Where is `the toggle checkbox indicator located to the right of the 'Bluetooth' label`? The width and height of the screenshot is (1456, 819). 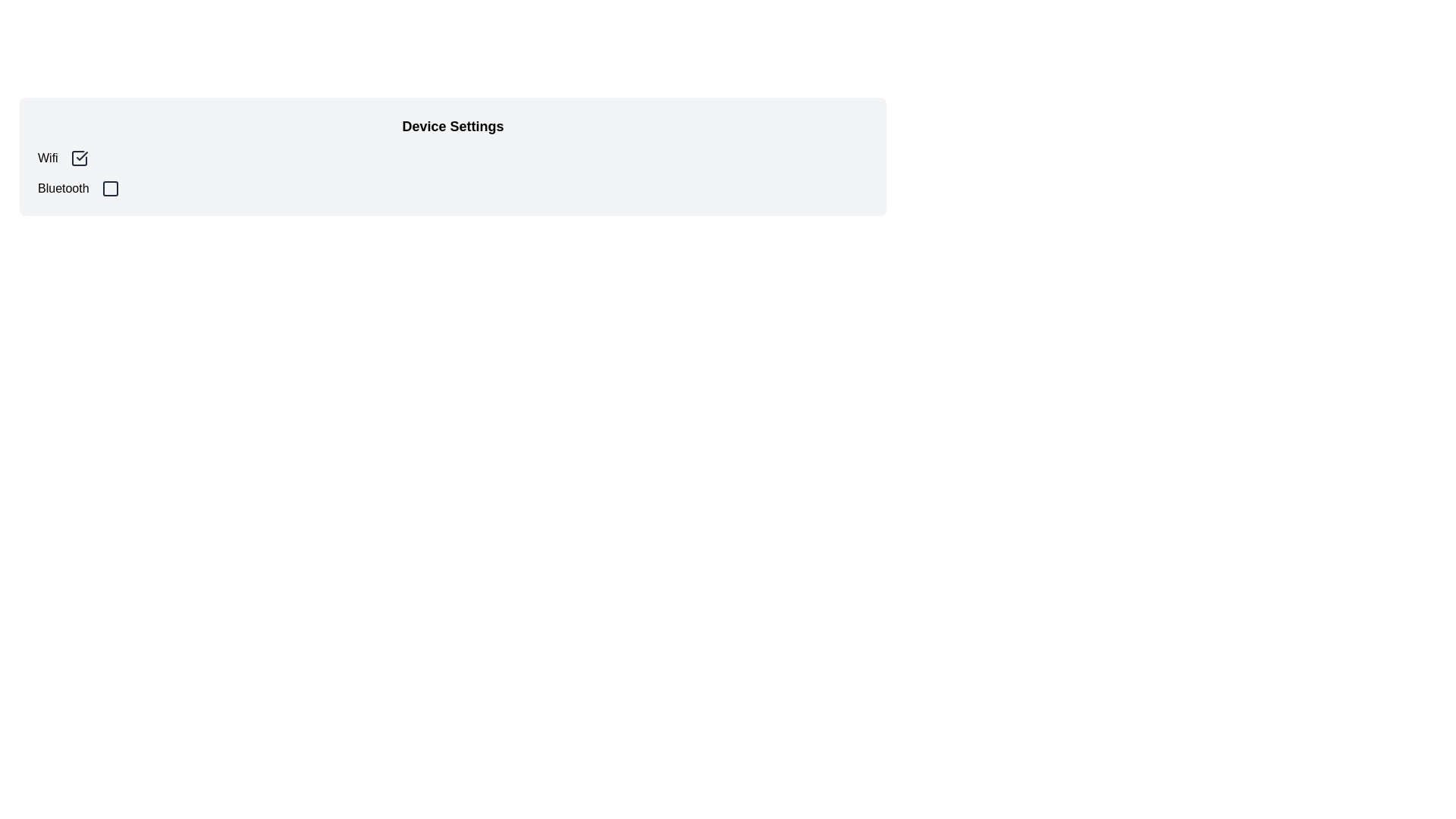 the toggle checkbox indicator located to the right of the 'Bluetooth' label is located at coordinates (109, 188).